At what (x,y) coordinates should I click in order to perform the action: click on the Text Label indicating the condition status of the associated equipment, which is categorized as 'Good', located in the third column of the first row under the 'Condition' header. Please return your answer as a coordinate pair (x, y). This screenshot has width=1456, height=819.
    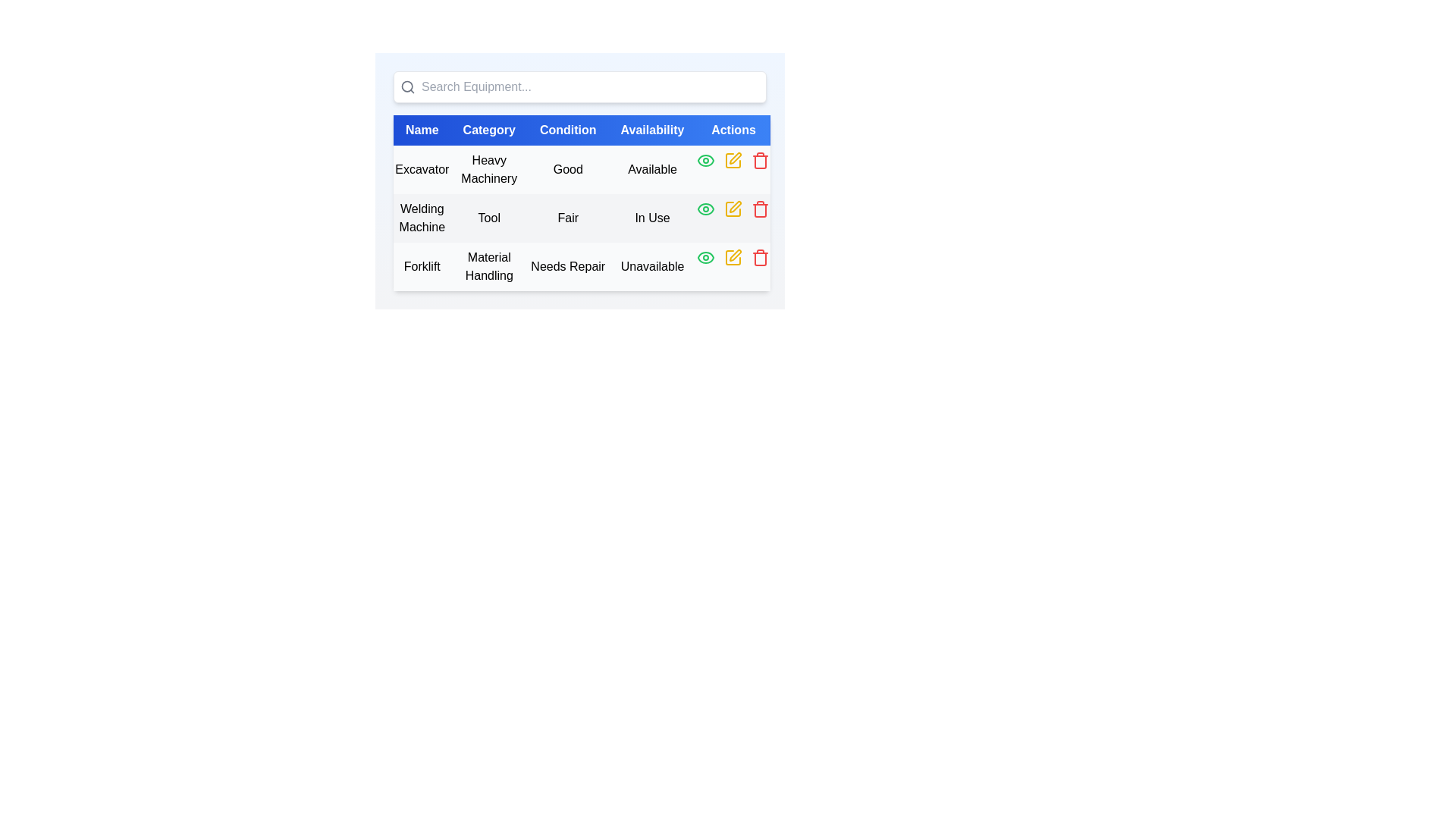
    Looking at the image, I should click on (567, 169).